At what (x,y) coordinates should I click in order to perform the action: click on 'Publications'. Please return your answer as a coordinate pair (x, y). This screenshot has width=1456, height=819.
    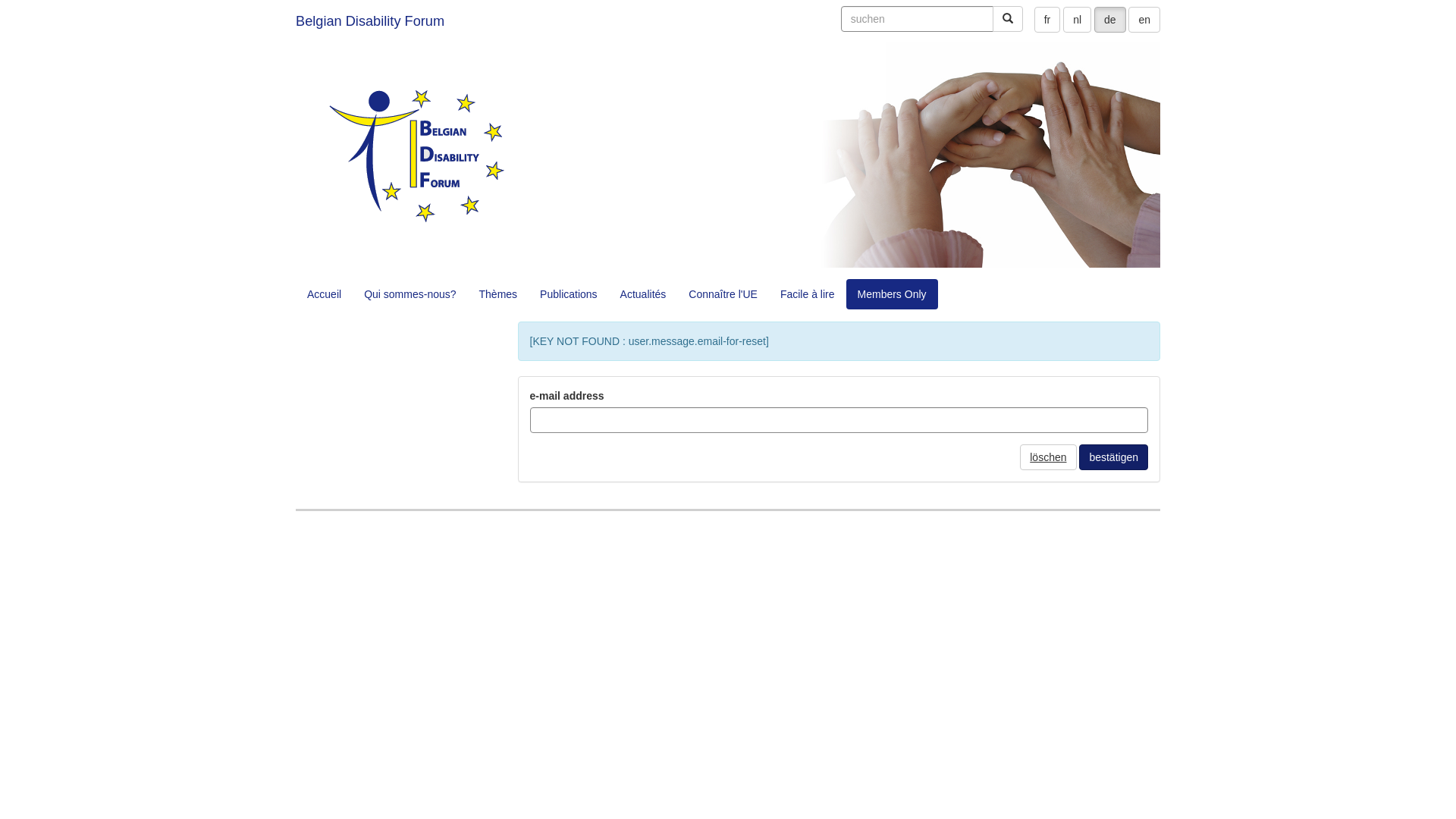
    Looking at the image, I should click on (567, 294).